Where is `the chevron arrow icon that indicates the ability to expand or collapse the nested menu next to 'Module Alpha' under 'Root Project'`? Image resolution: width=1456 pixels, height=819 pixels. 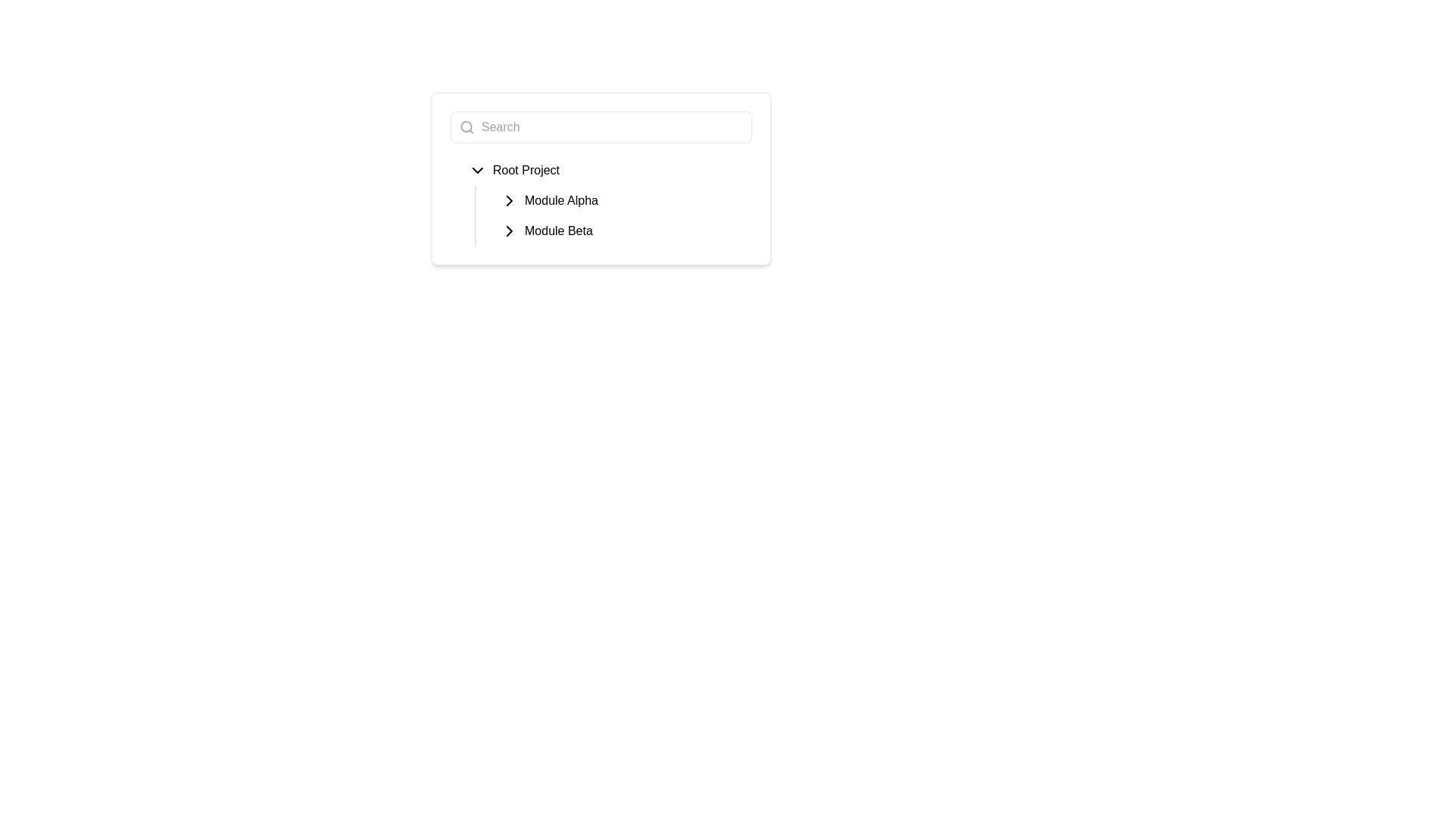 the chevron arrow icon that indicates the ability to expand or collapse the nested menu next to 'Module Alpha' under 'Root Project' is located at coordinates (510, 200).